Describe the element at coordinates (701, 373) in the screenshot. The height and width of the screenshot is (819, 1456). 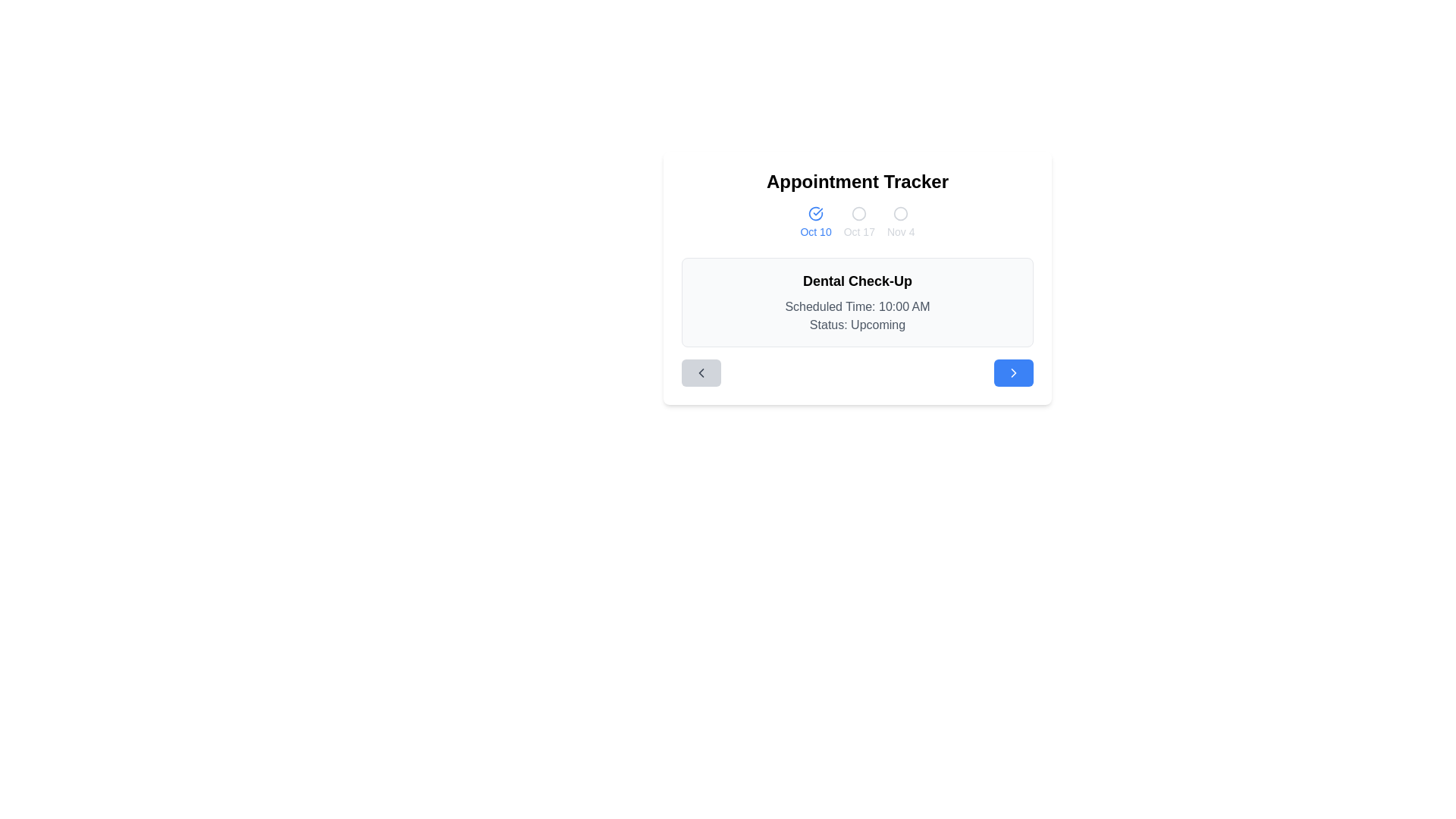
I see `the small left-chevron icon within the rounded rectangular button at the bottom-left of the 'Appointment Tracker' interface` at that location.